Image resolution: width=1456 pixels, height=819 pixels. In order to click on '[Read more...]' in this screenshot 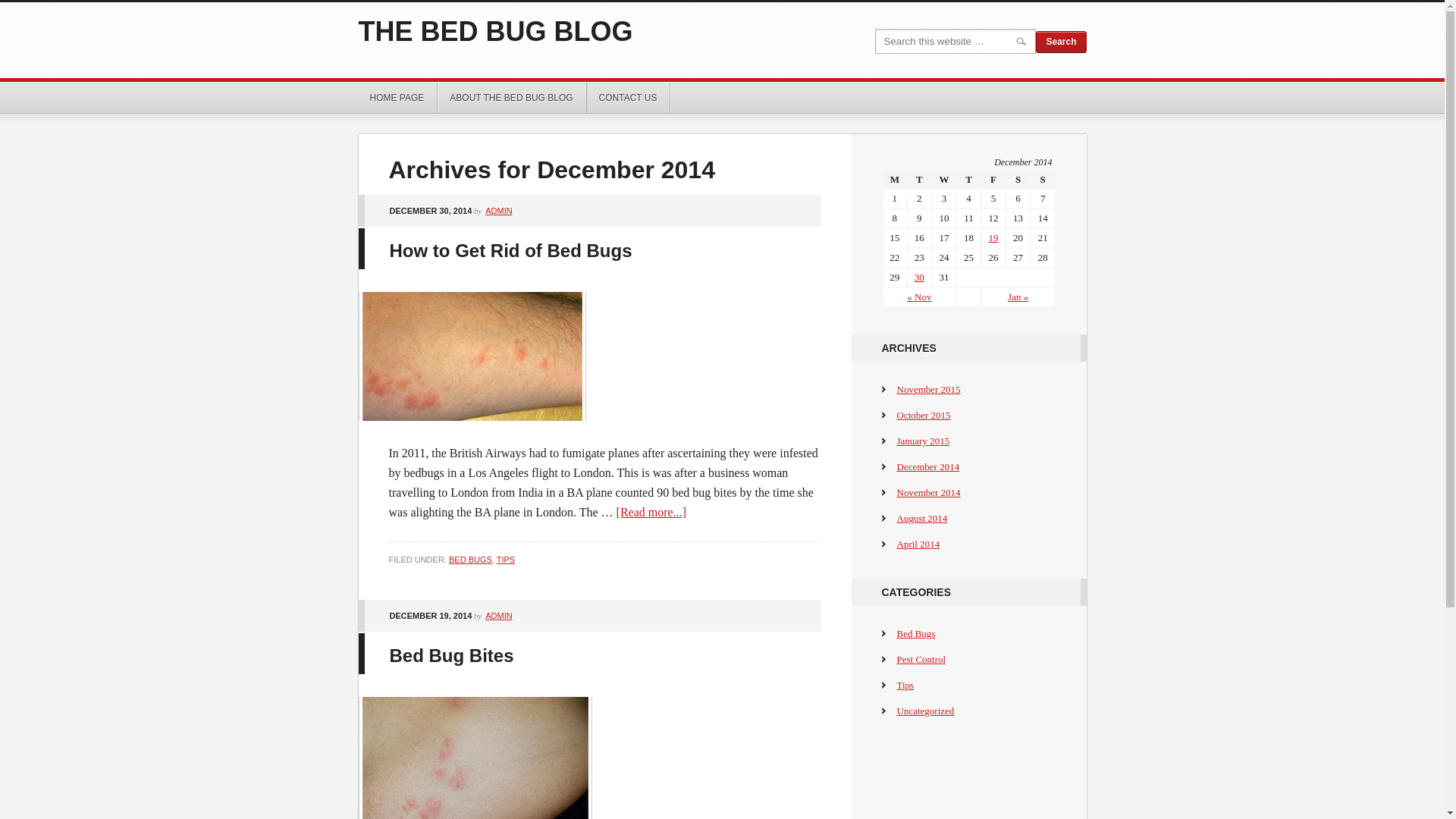, I will do `click(616, 512)`.